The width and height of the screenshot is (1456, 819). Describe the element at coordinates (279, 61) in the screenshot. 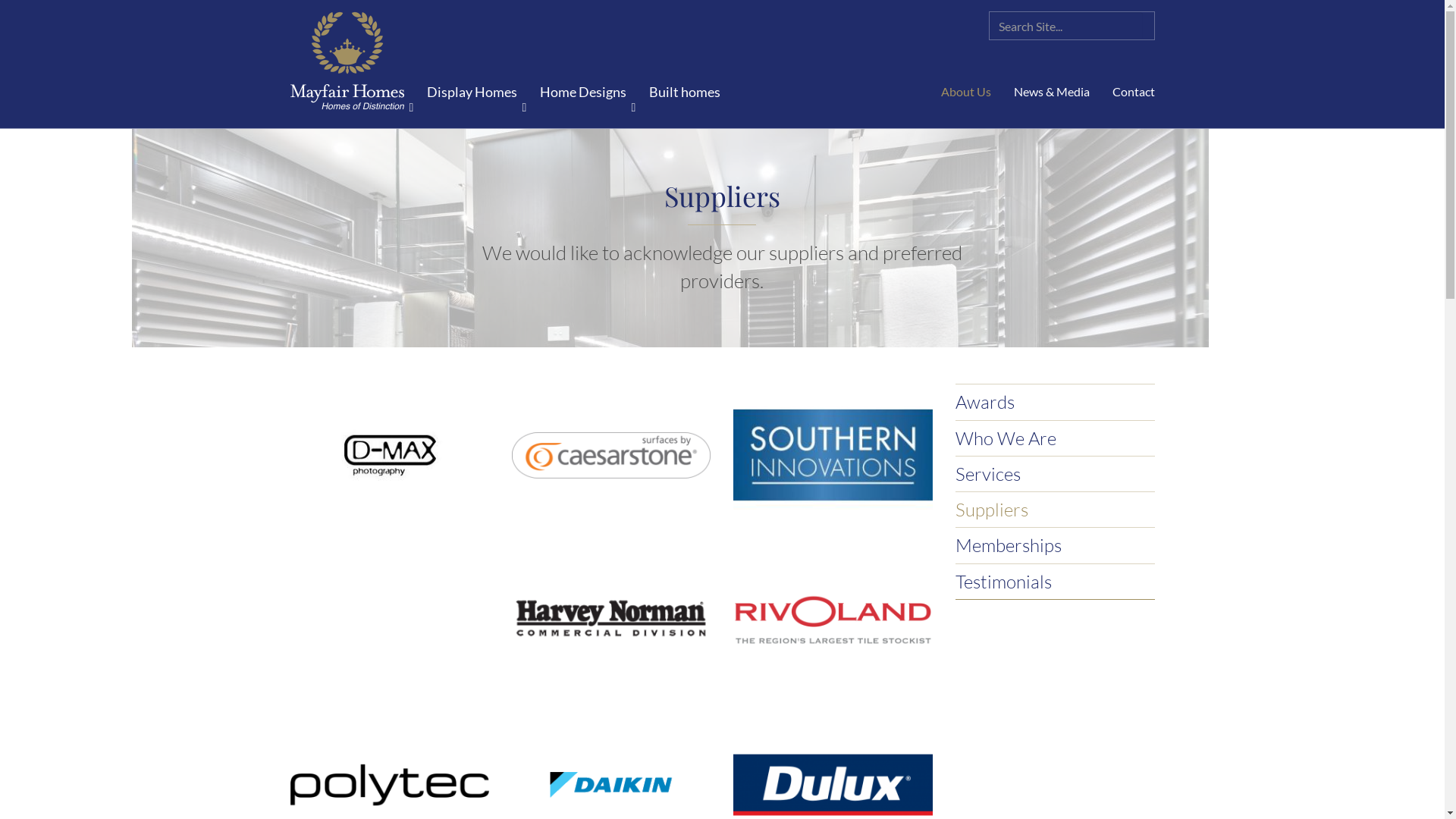

I see `'Mayfair Homes'` at that location.